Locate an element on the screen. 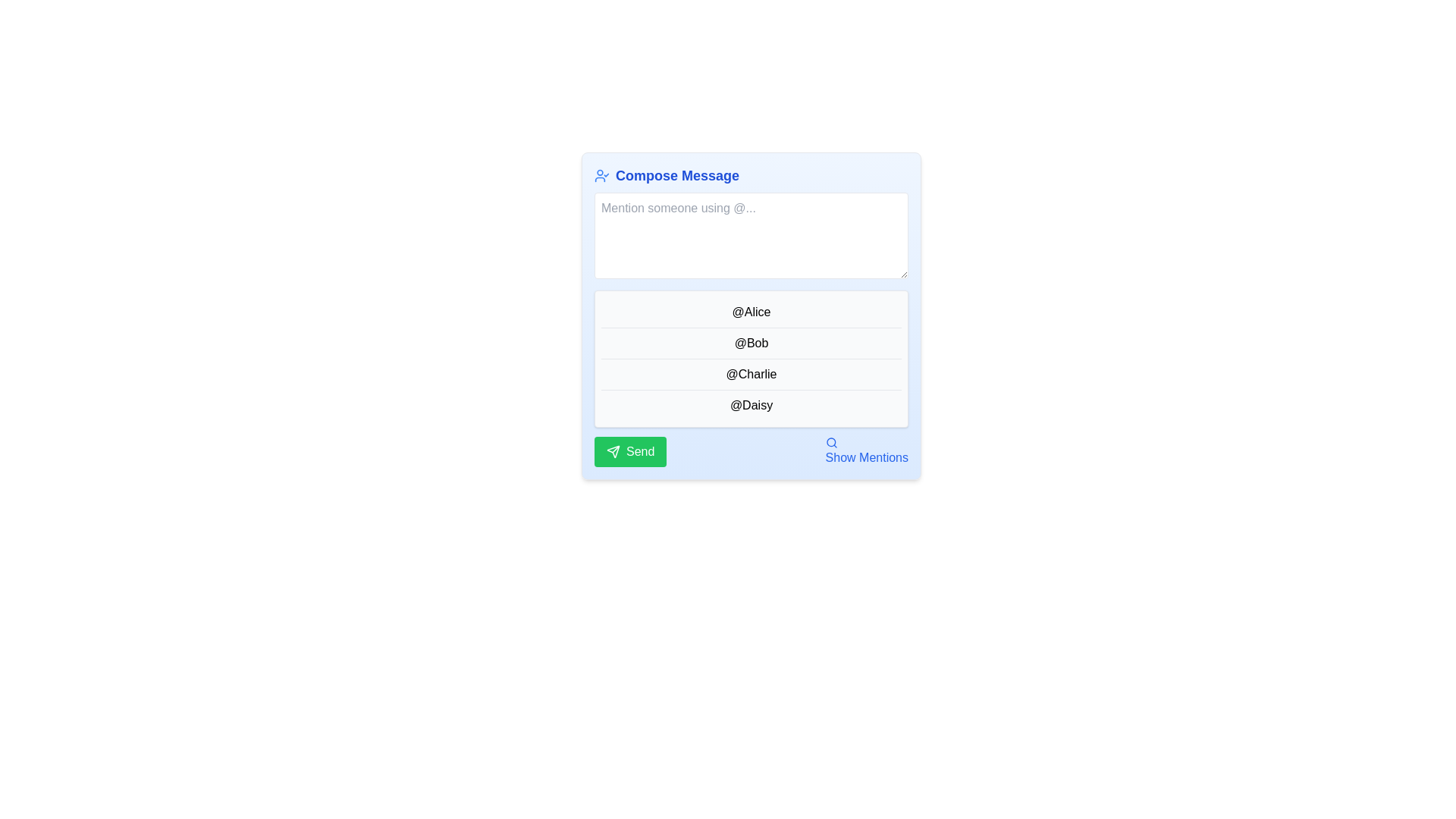 This screenshot has width=1456, height=819. the send icon, which is a small triangular icon resembling a paper airplane located within the green 'Send' button at the bottom left of the compose message interface is located at coordinates (613, 451).